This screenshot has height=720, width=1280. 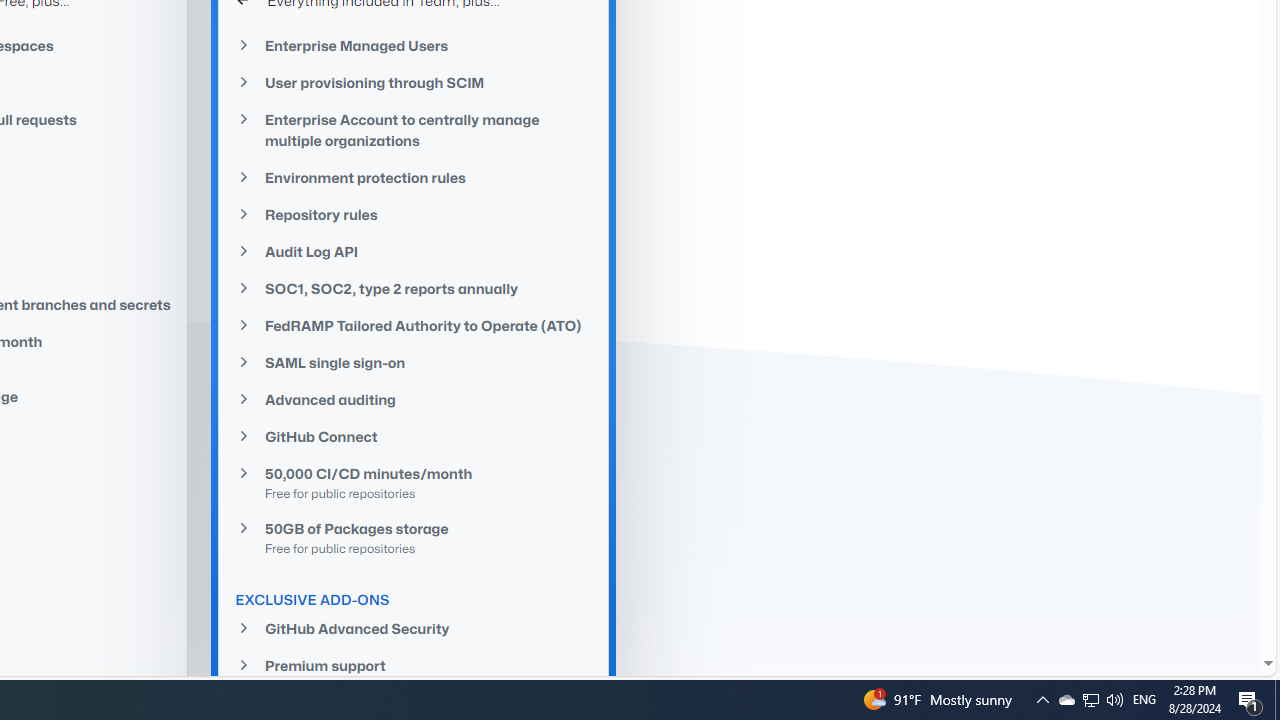 What do you see at coordinates (413, 82) in the screenshot?
I see `'User provisioning through SCIM'` at bounding box center [413, 82].